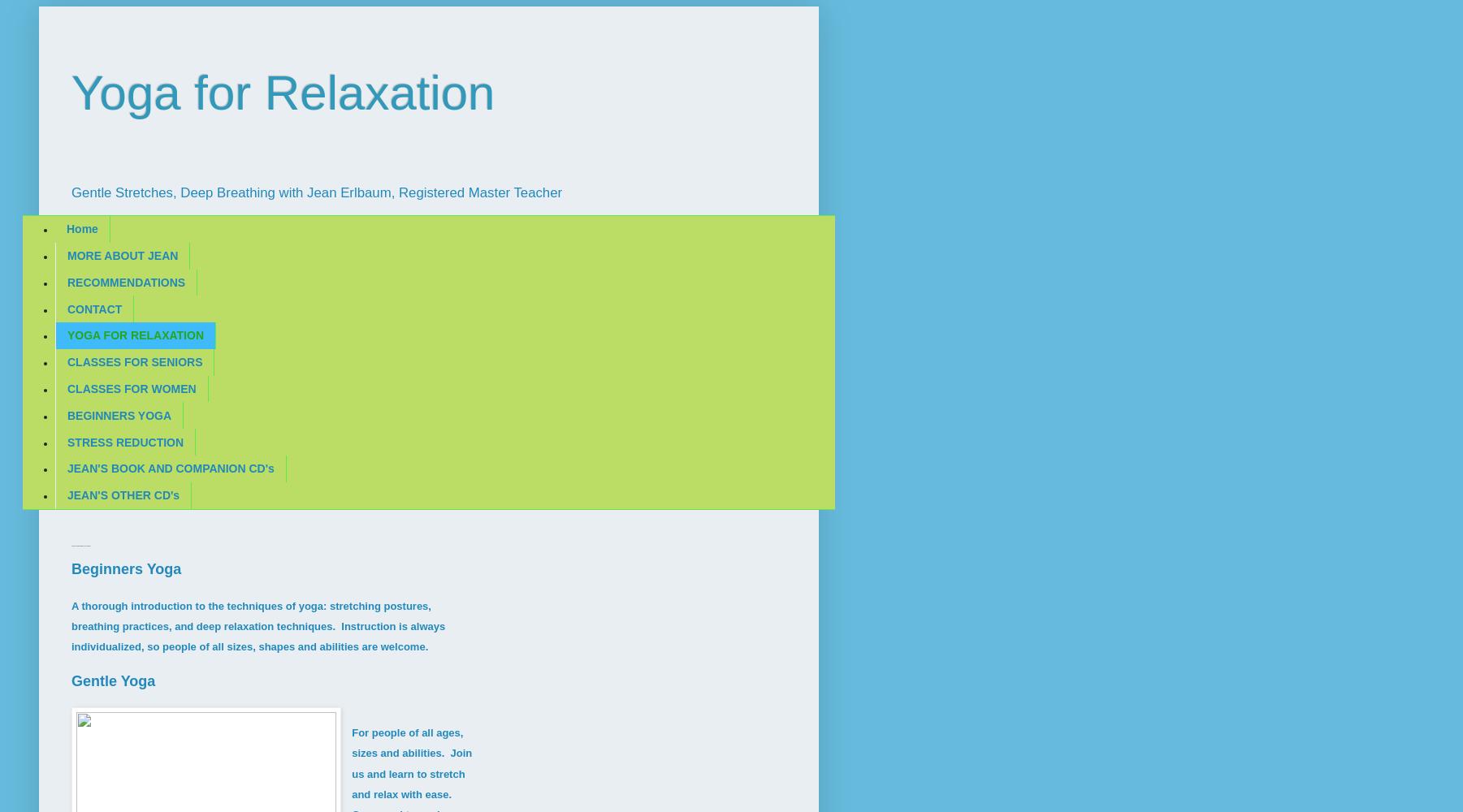 Image resolution: width=1463 pixels, height=812 pixels. Describe the element at coordinates (132, 388) in the screenshot. I see `'CLASSES FOR WOMEN'` at that location.